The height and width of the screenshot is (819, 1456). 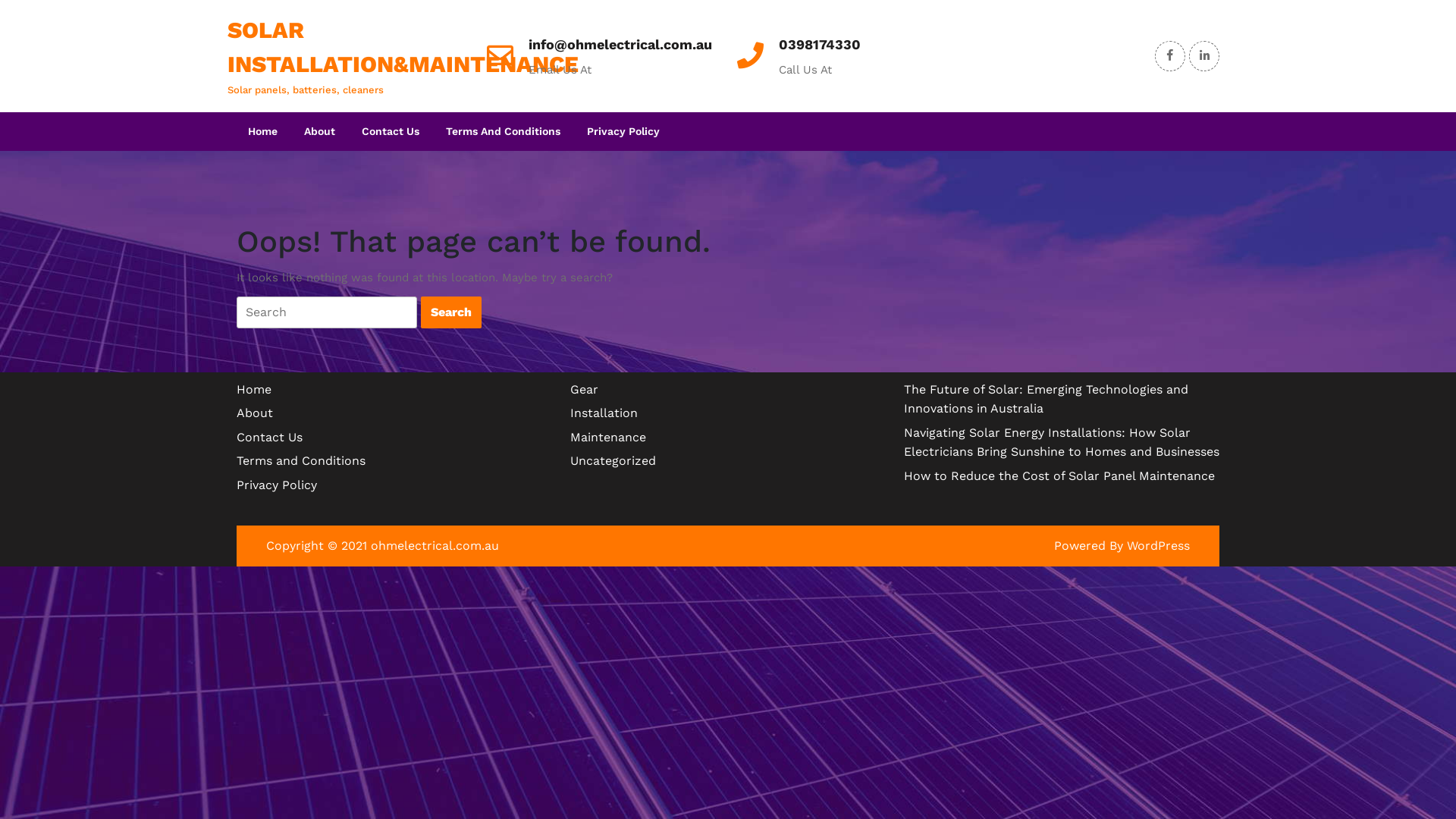 What do you see at coordinates (613, 460) in the screenshot?
I see `'Uncategorized'` at bounding box center [613, 460].